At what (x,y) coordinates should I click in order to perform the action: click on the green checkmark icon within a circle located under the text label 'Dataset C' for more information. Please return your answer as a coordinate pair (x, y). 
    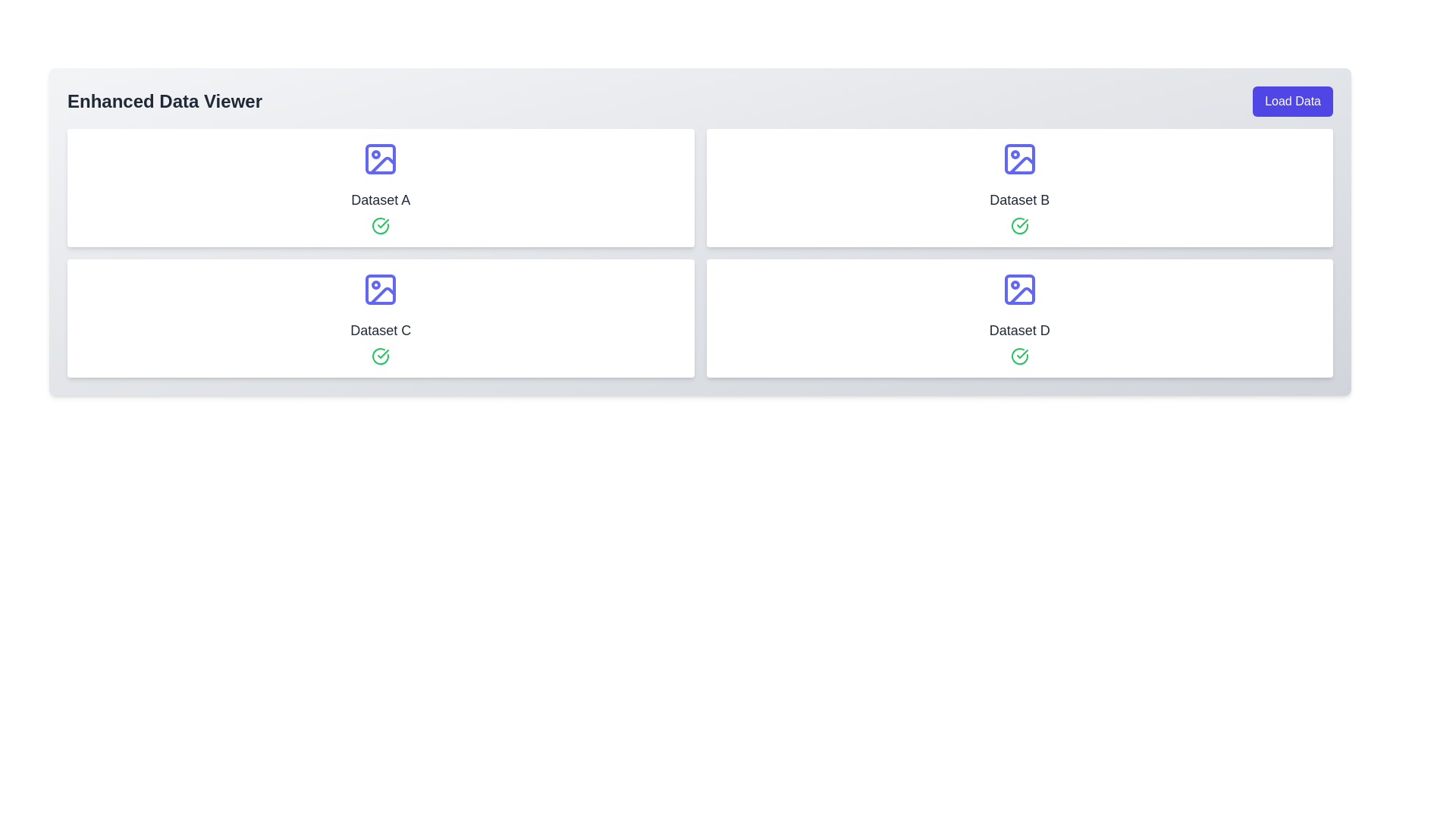
    Looking at the image, I should click on (381, 356).